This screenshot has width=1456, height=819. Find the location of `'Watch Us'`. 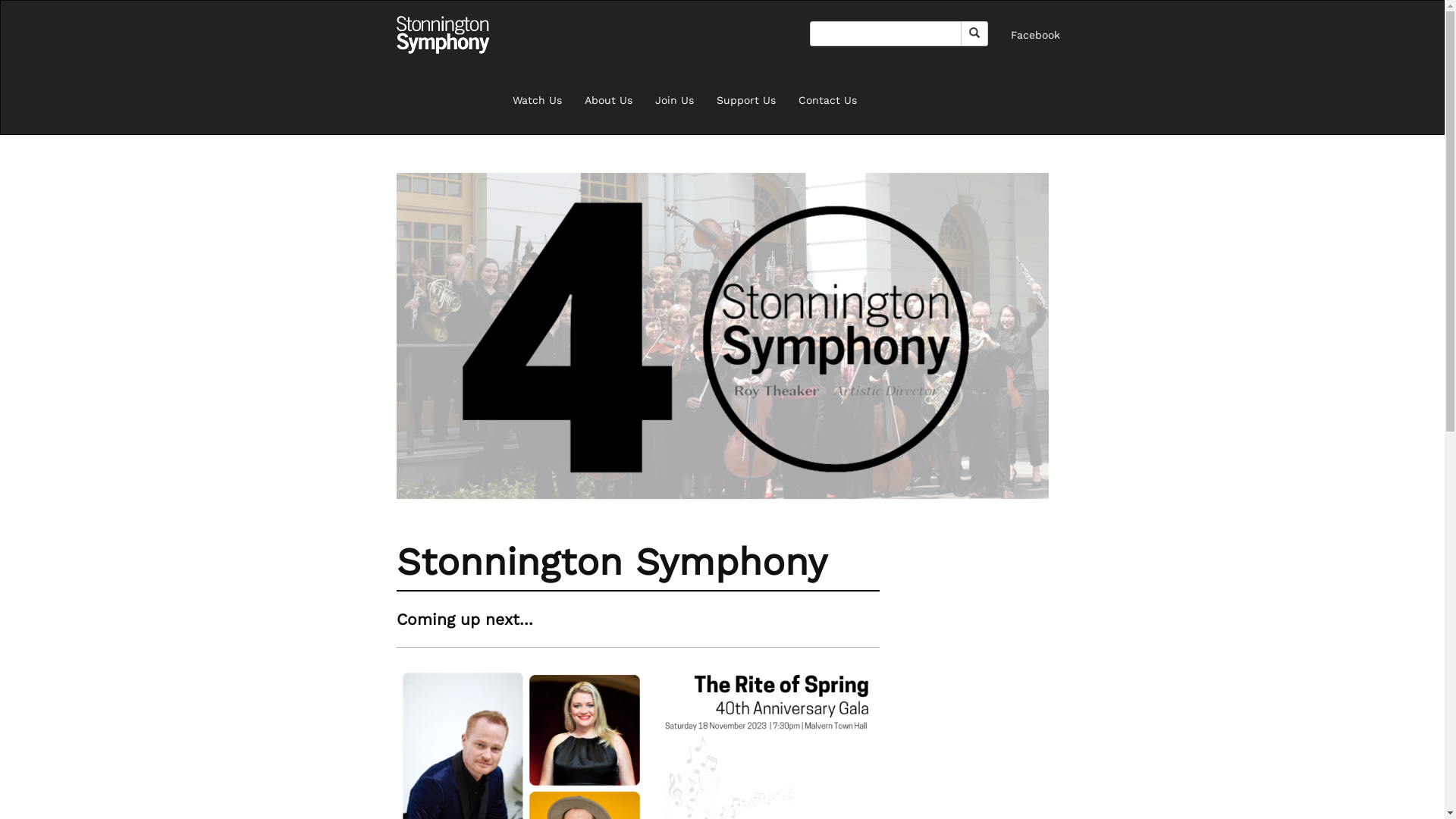

'Watch Us' is located at coordinates (500, 99).